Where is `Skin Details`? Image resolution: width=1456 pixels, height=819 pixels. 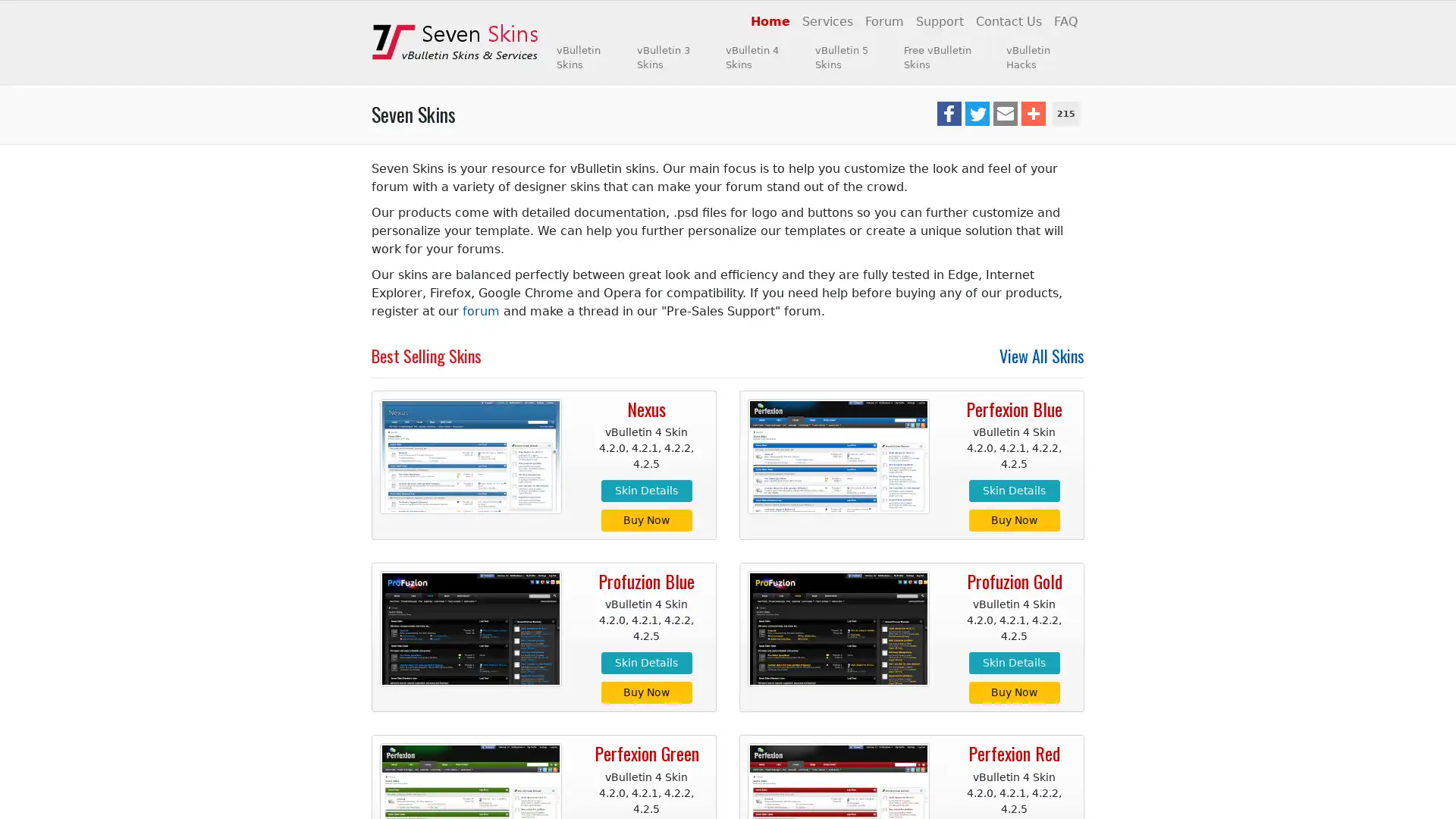 Skin Details is located at coordinates (645, 490).